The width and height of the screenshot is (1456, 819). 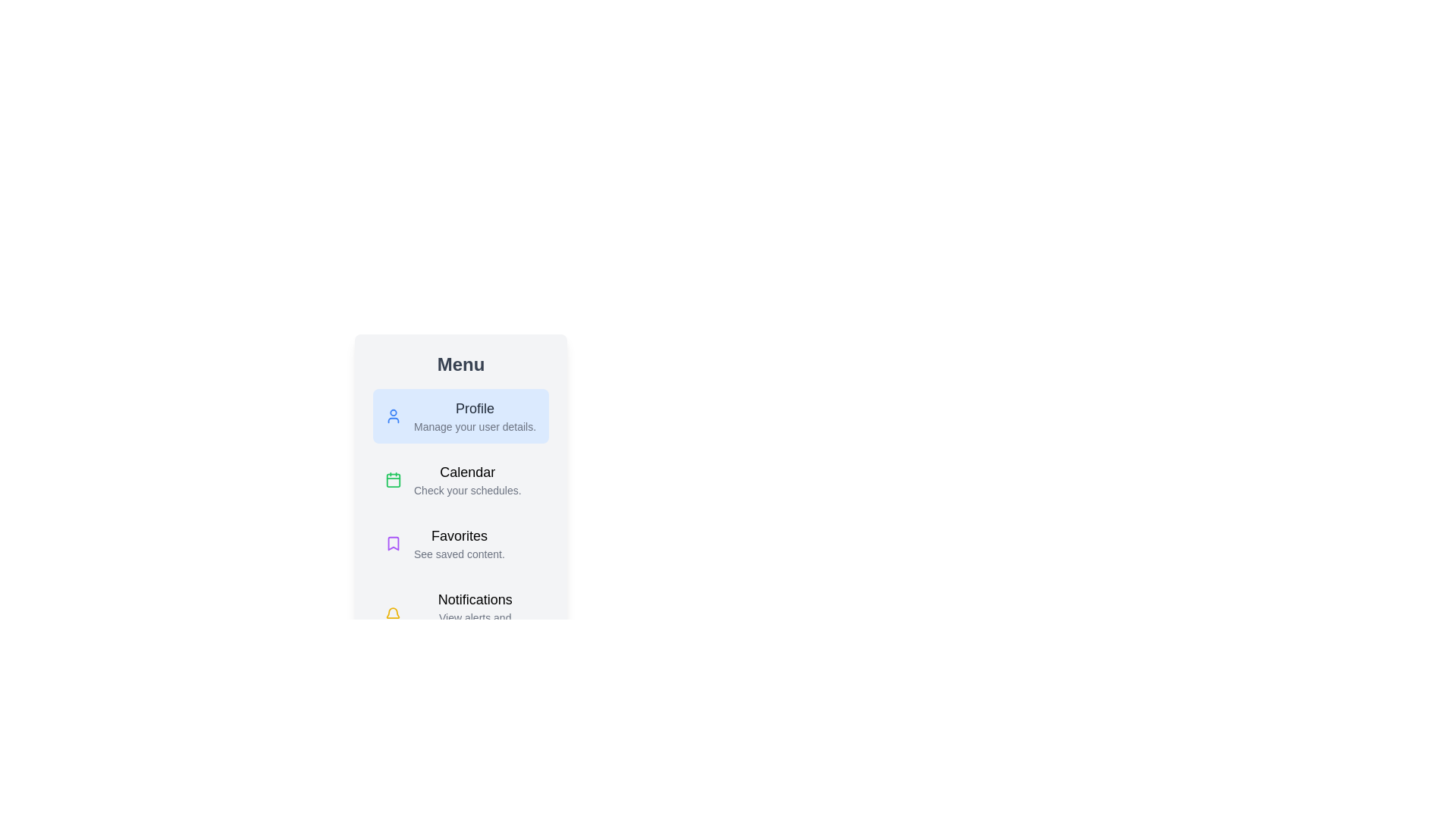 I want to click on the menu item labeled Favorites by clicking on it, so click(x=460, y=543).